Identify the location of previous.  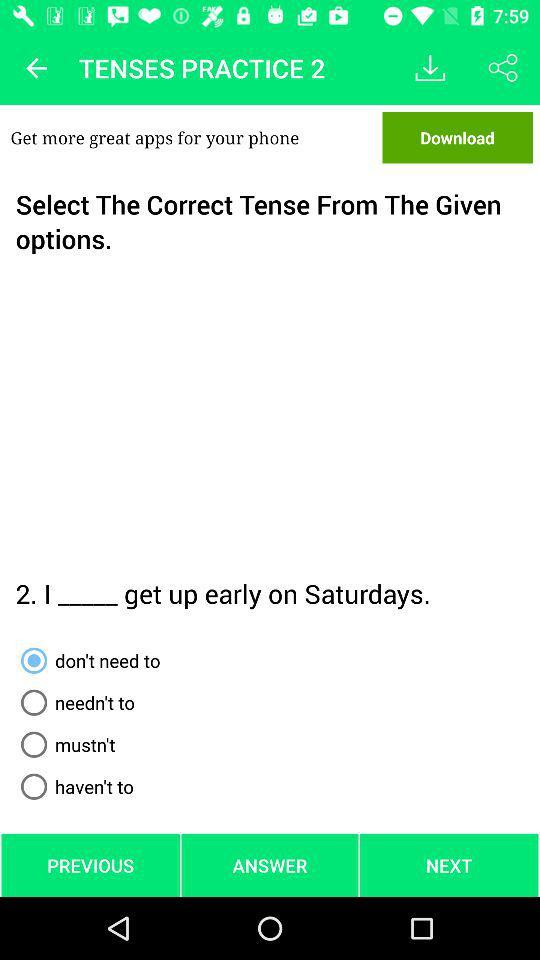
(36, 68).